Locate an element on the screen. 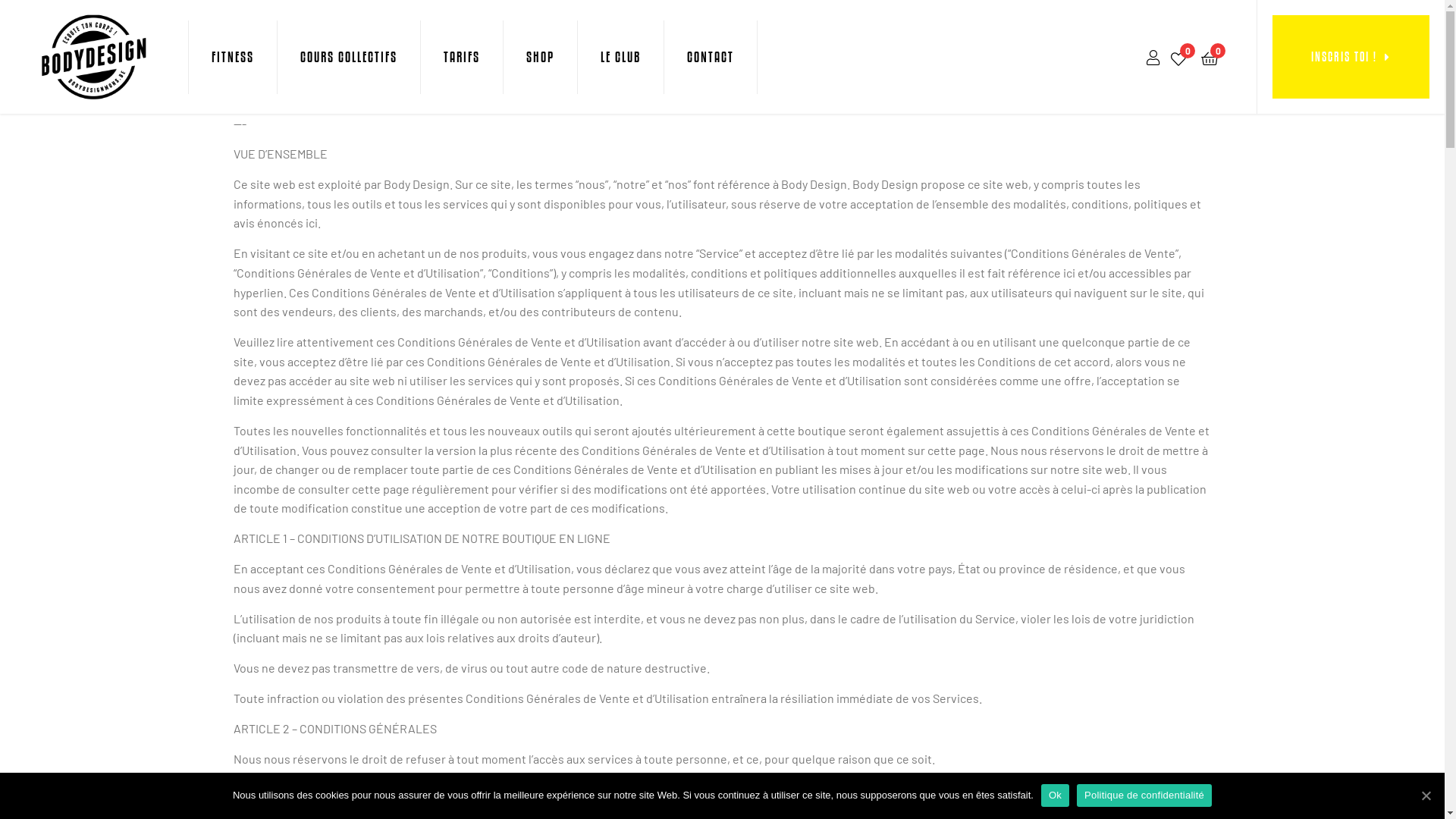 This screenshot has width=1456, height=819. '0' is located at coordinates (1209, 56).